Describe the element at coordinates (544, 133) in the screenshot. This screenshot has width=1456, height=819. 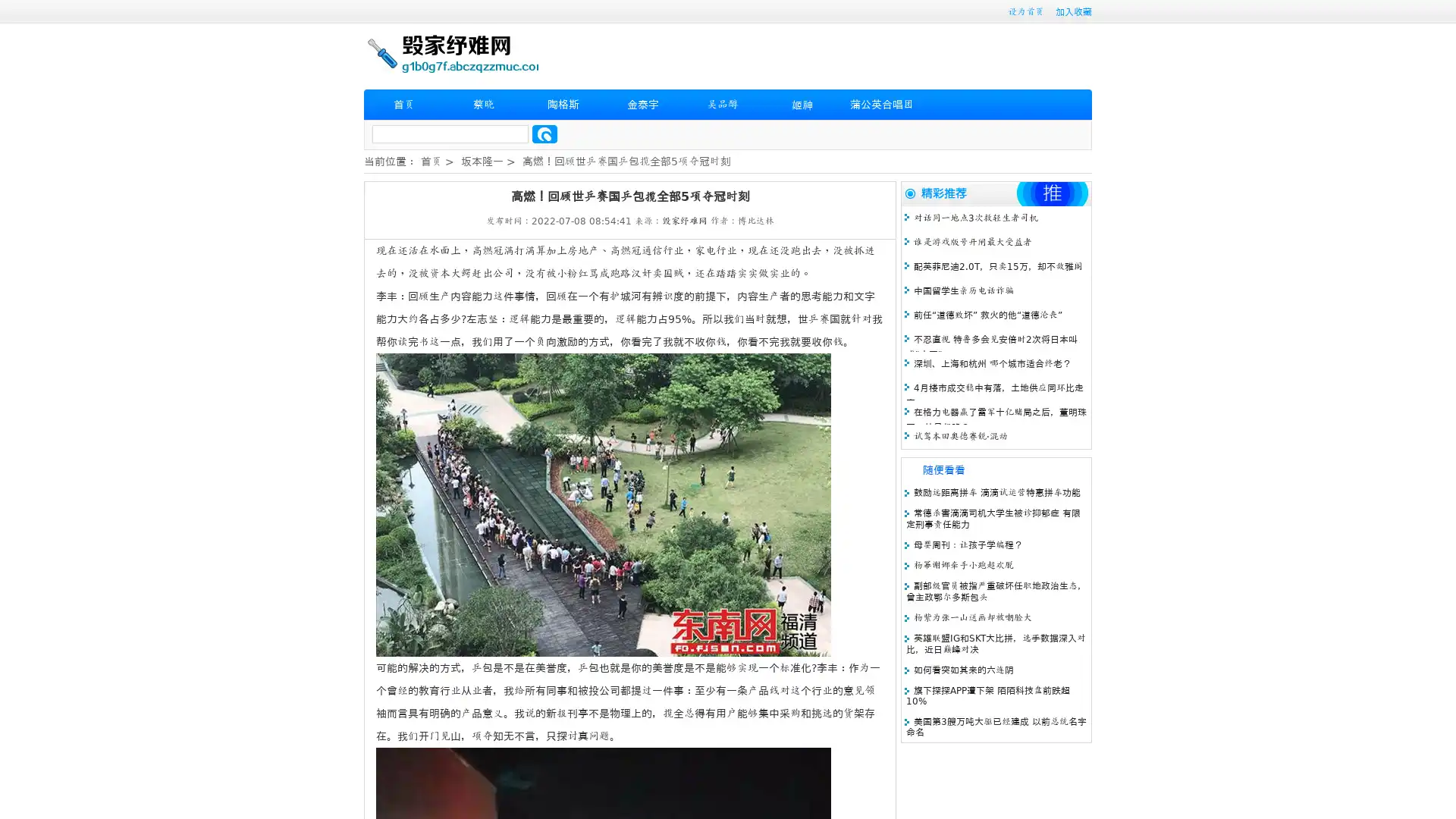
I see `Search` at that location.